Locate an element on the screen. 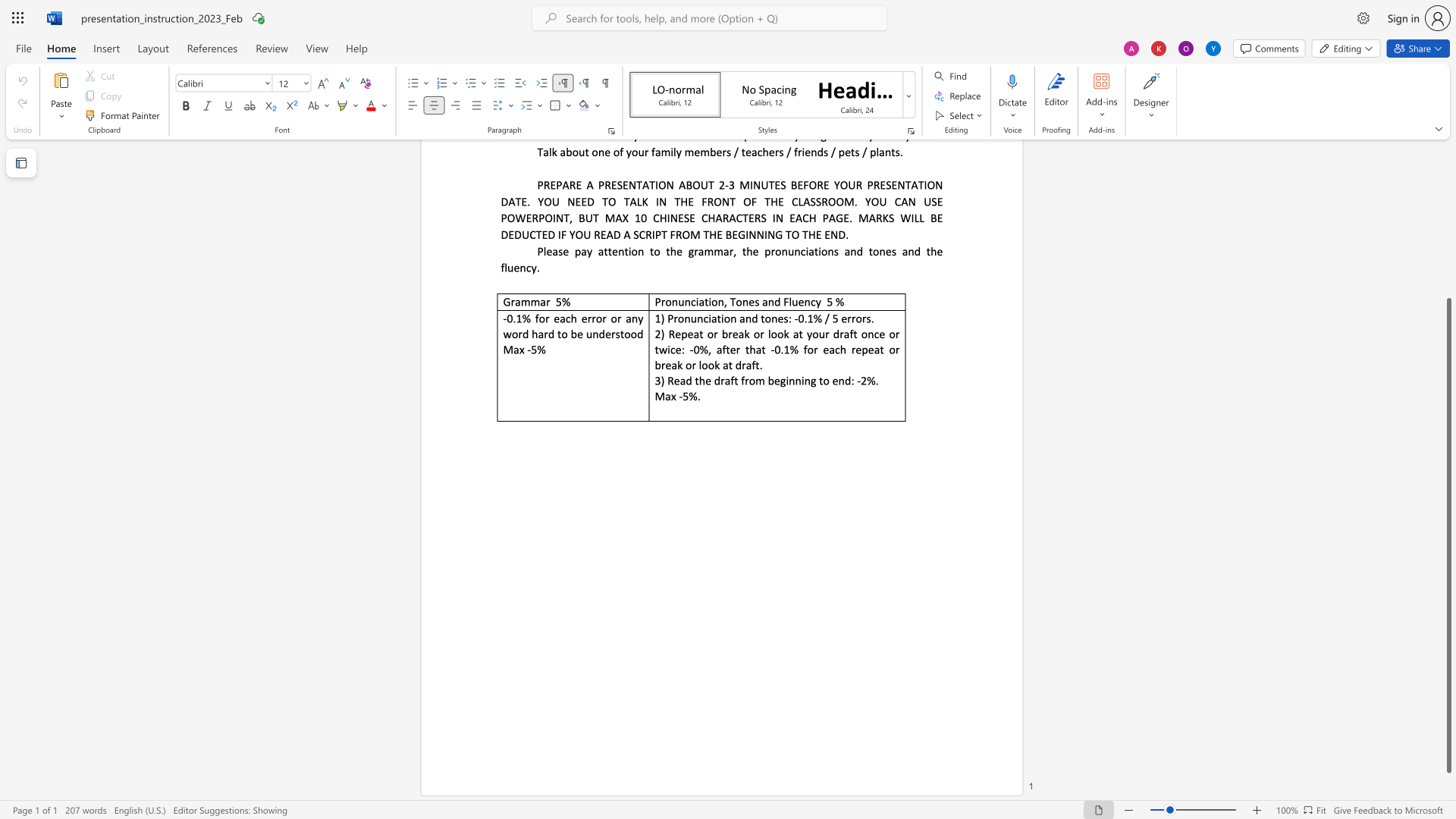 Image resolution: width=1456 pixels, height=819 pixels. the right-hand scrollbar to ascend the page is located at coordinates (1448, 205).